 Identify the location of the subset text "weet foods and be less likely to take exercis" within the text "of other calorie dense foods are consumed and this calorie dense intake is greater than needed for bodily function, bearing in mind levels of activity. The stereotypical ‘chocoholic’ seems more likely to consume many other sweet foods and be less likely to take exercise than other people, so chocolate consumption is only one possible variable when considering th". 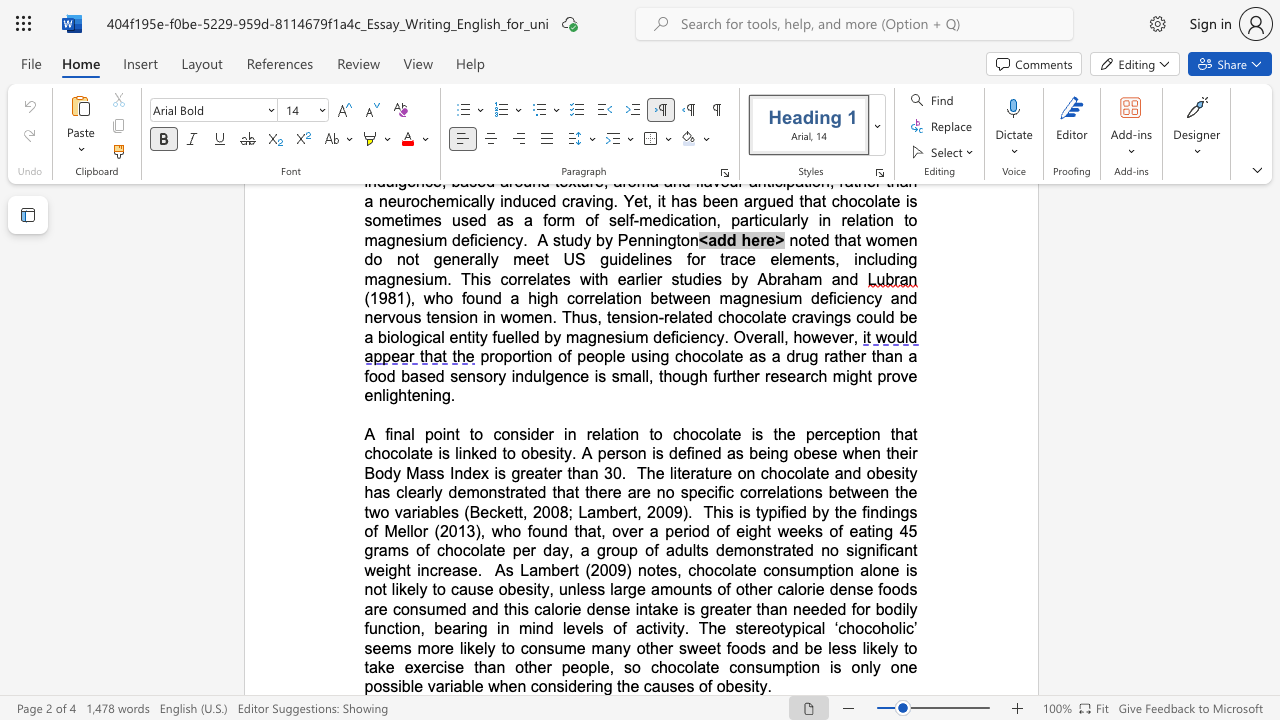
(687, 648).